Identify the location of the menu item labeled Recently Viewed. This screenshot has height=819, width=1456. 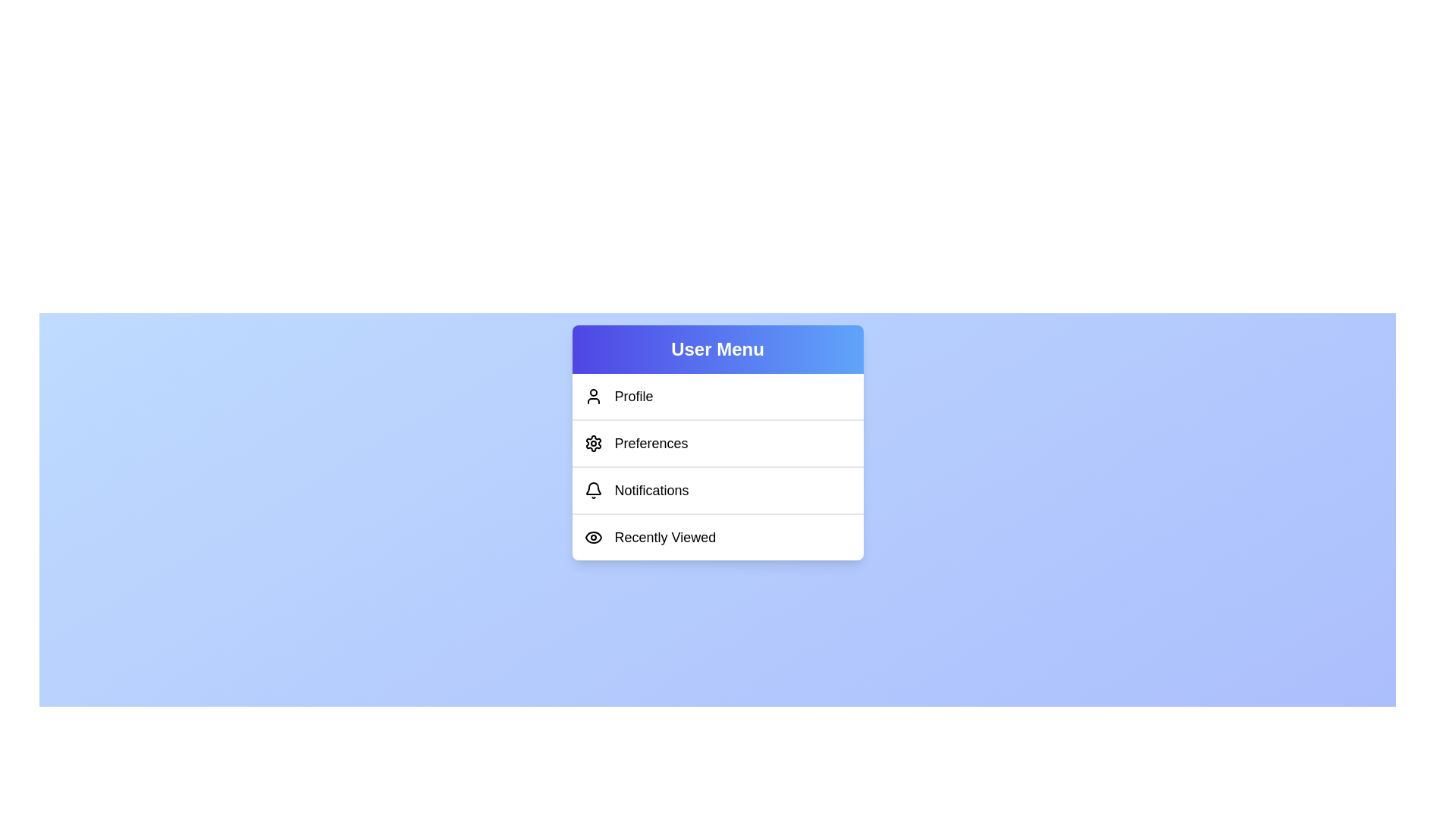
(717, 536).